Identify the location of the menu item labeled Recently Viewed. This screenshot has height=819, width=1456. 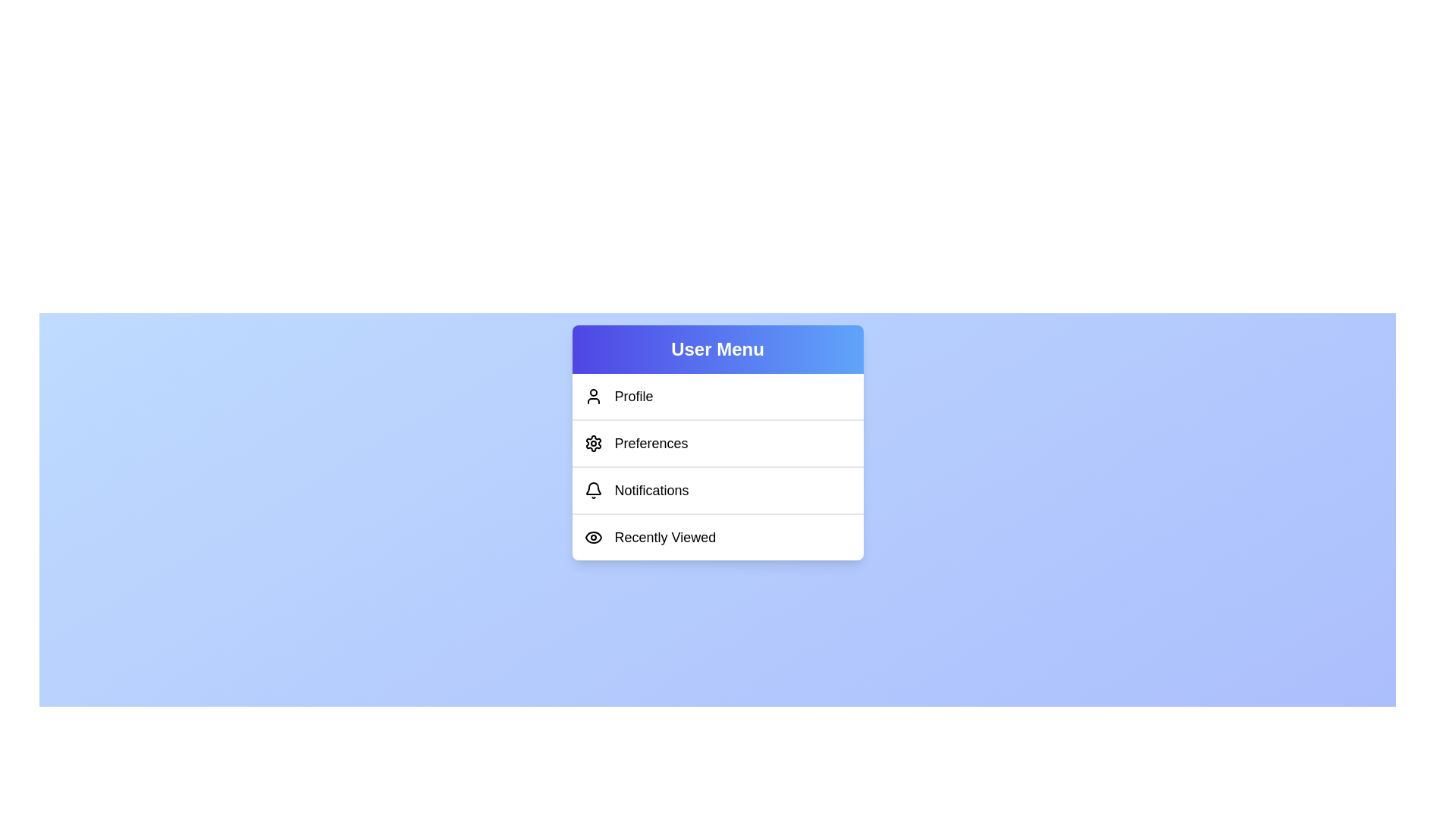
(717, 536).